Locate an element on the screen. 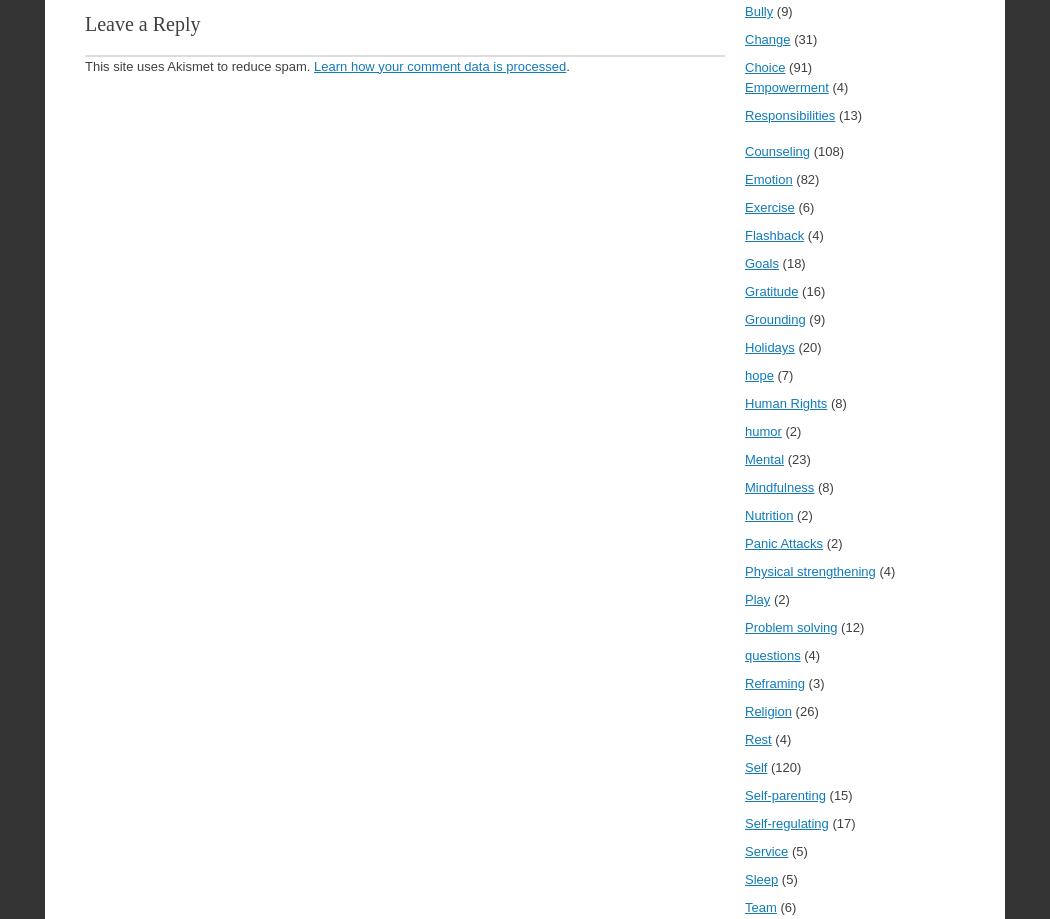  'Play' is located at coordinates (757, 599).